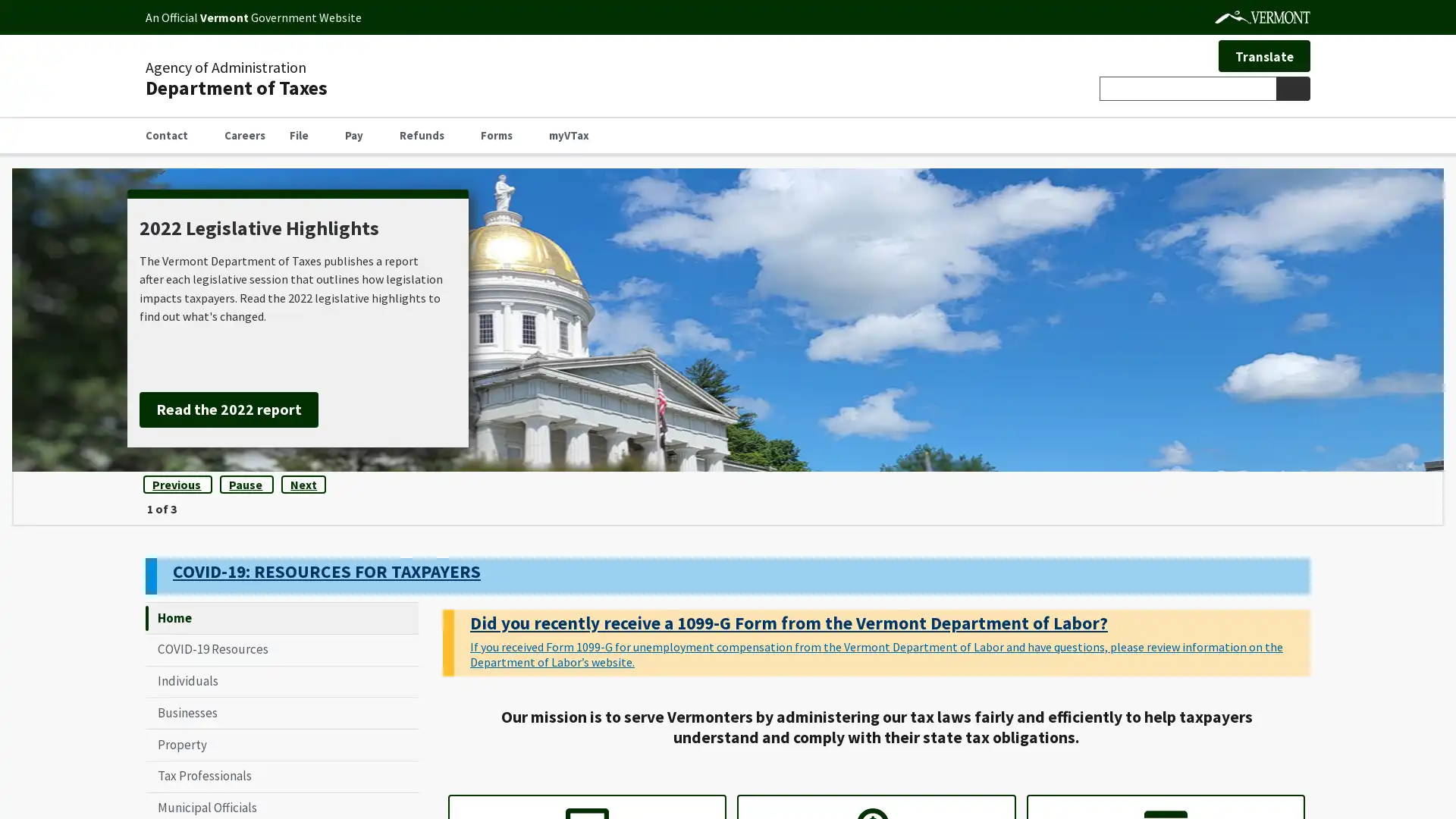 This screenshot has height=819, width=1456. I want to click on Contact, so click(172, 133).